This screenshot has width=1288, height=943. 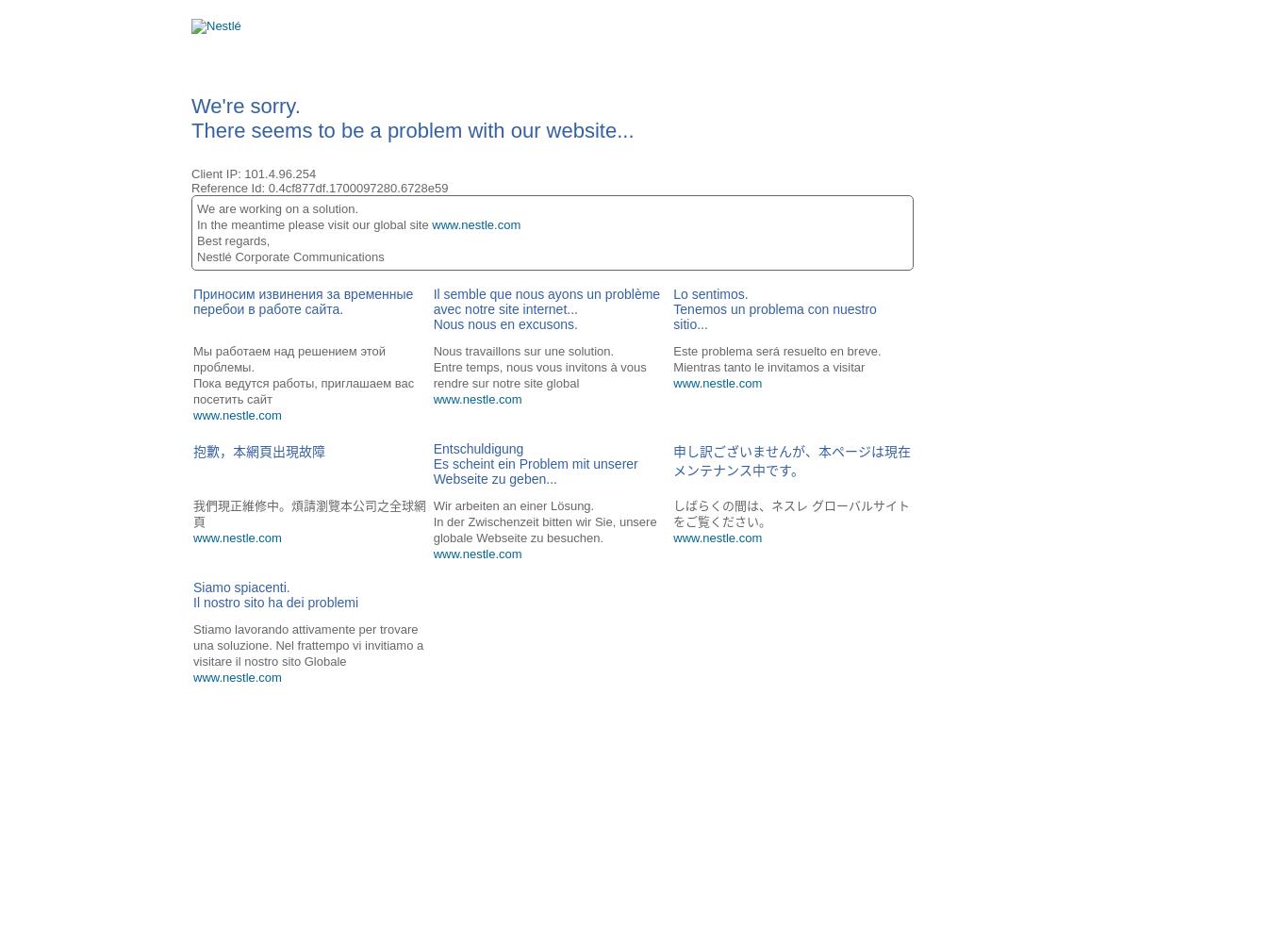 I want to click on 'Nous travaillons sur une solution.', so click(x=523, y=350).